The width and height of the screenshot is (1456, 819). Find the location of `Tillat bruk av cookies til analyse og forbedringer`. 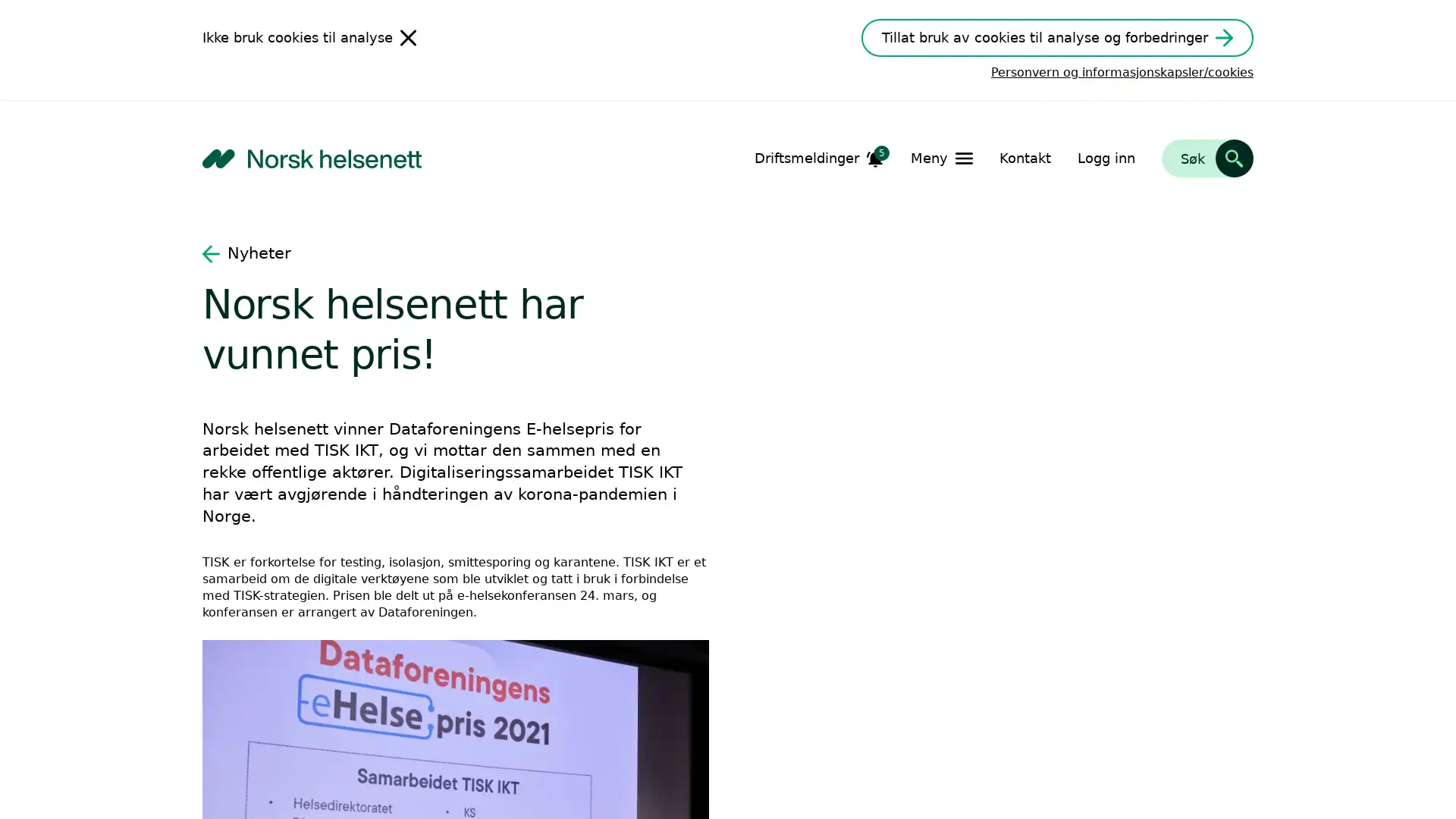

Tillat bruk av cookies til analyse og forbedringer is located at coordinates (1056, 37).